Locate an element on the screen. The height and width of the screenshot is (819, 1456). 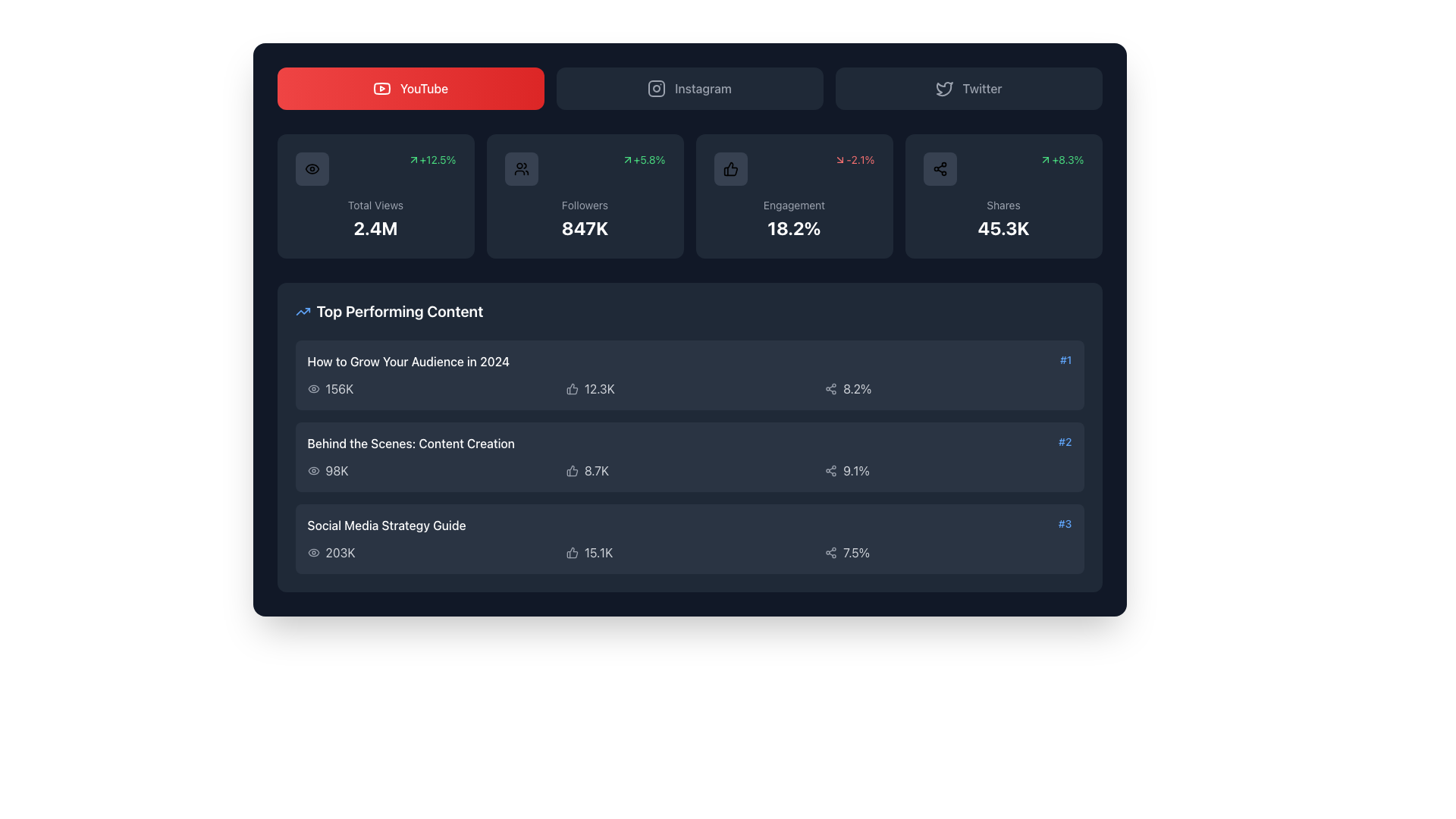
arrow icon pointing diagonally upwards to the right, which is located to the left of the '+5.8%' text in the 'Followers' card is located at coordinates (627, 160).